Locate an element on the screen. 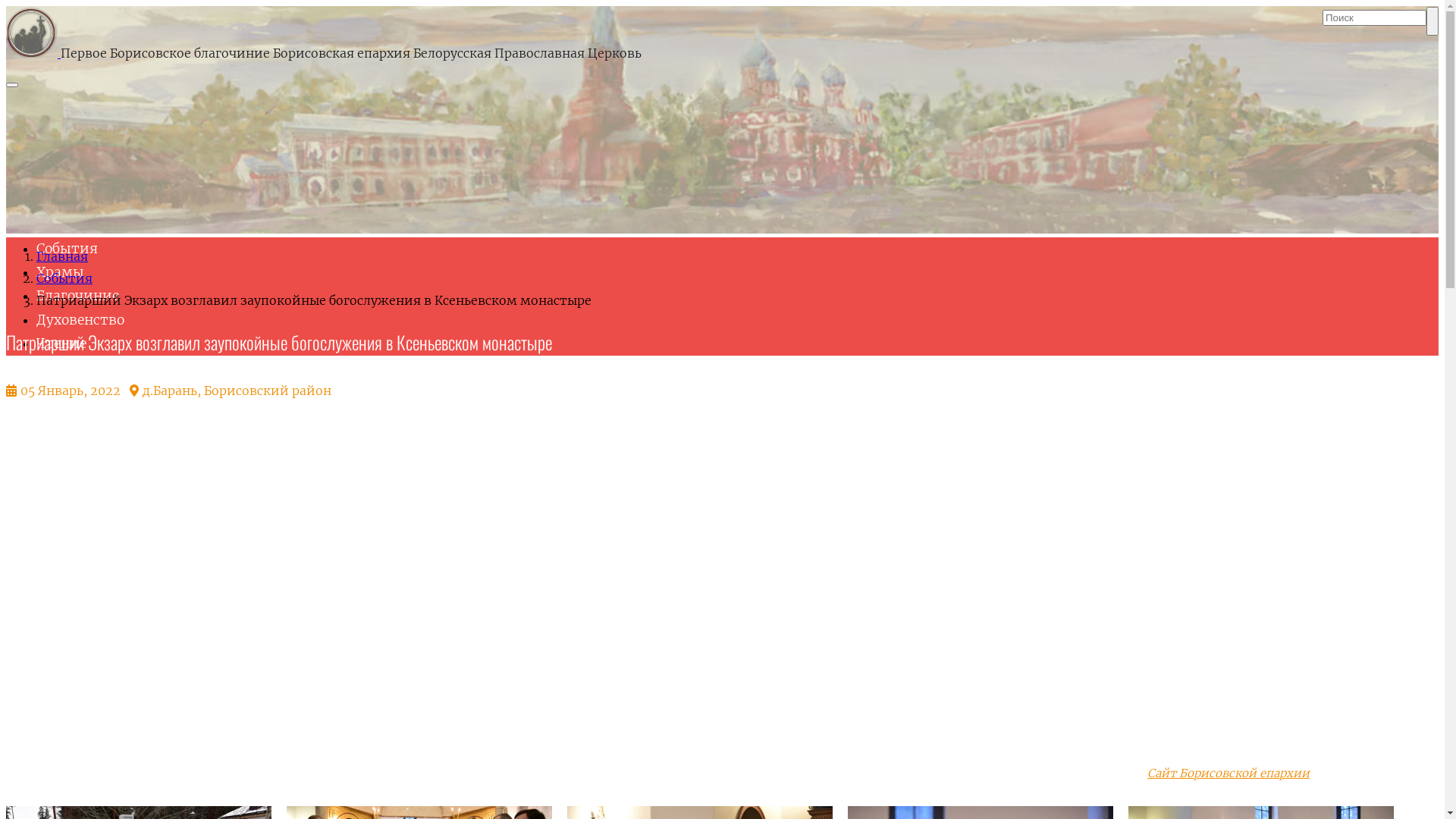  'Toggle navigation' is located at coordinates (11, 84).